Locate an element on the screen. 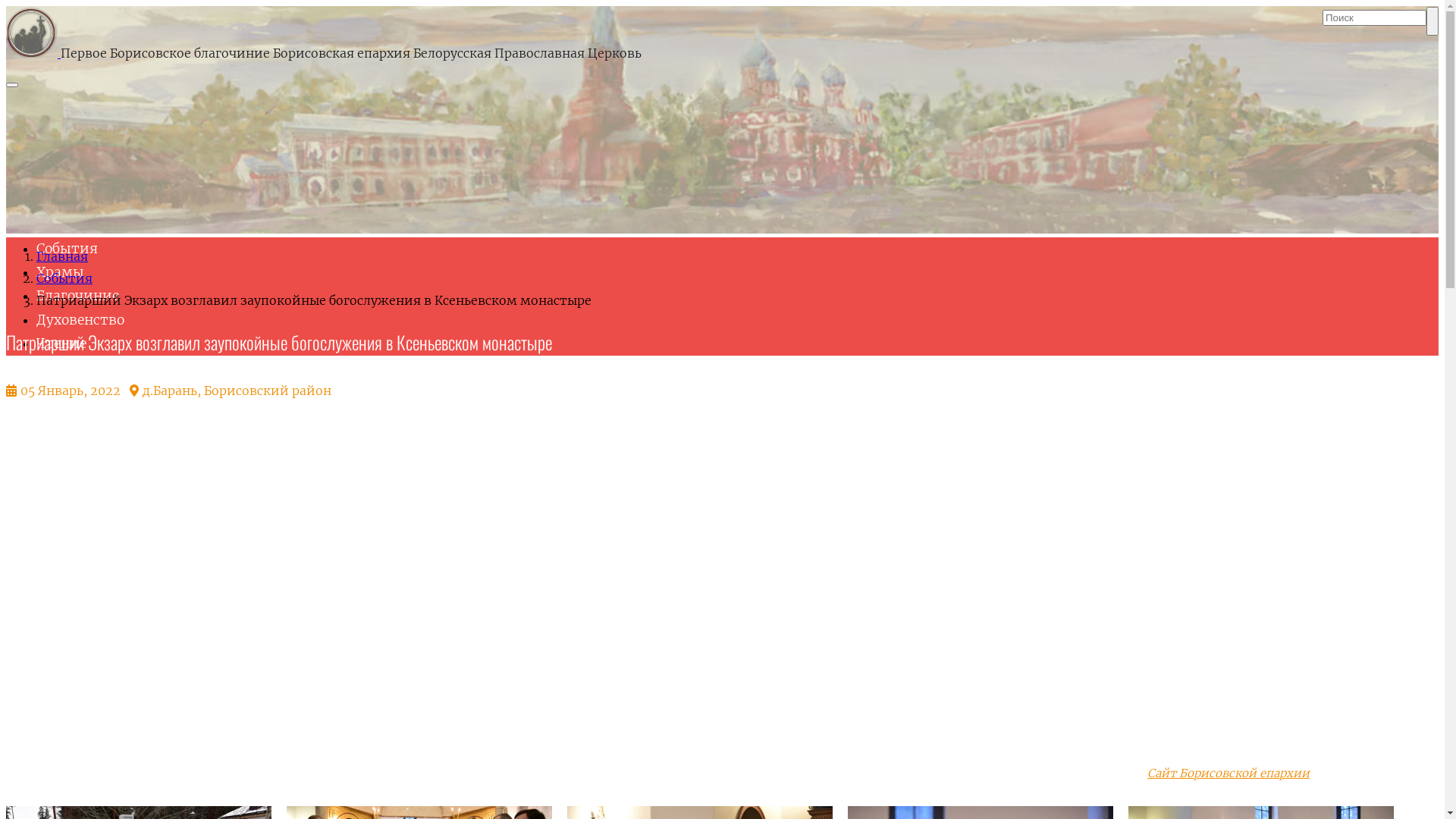  'Toggle navigation' is located at coordinates (11, 84).